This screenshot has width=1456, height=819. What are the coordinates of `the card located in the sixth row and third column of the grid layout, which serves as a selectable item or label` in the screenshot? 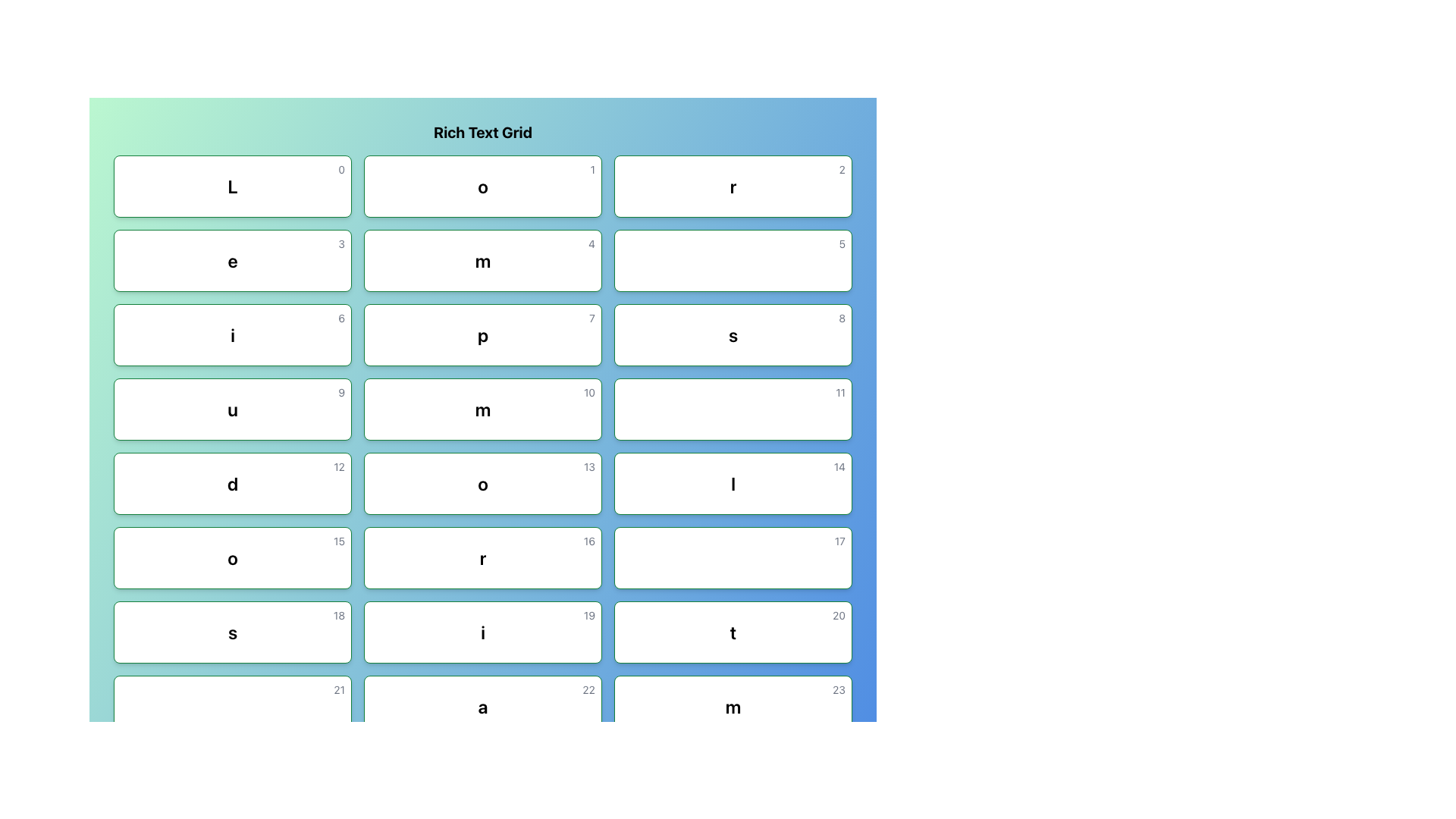 It's located at (482, 558).